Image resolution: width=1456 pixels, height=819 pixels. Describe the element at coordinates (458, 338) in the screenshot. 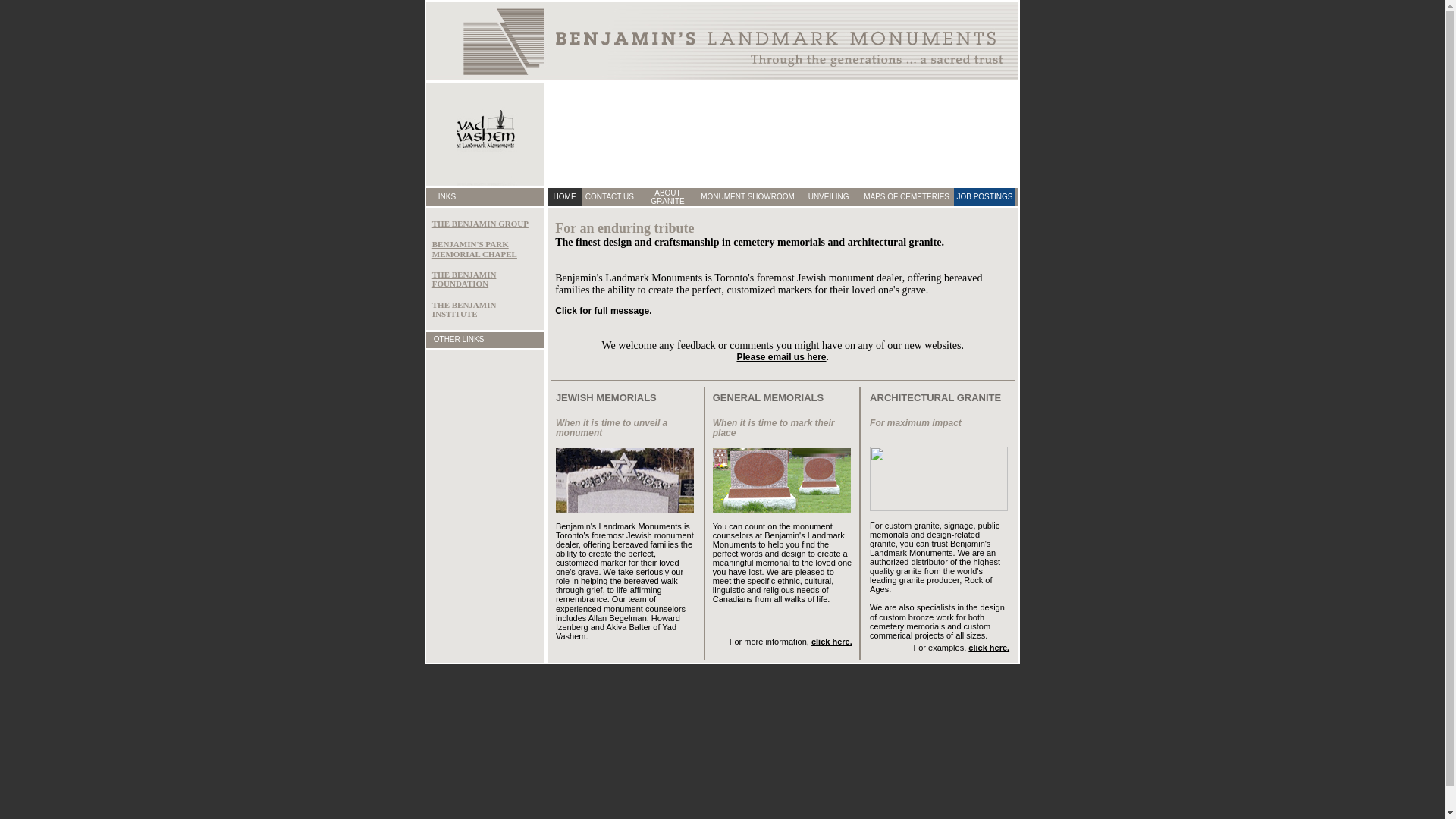

I see `'OTHER LINKS'` at that location.